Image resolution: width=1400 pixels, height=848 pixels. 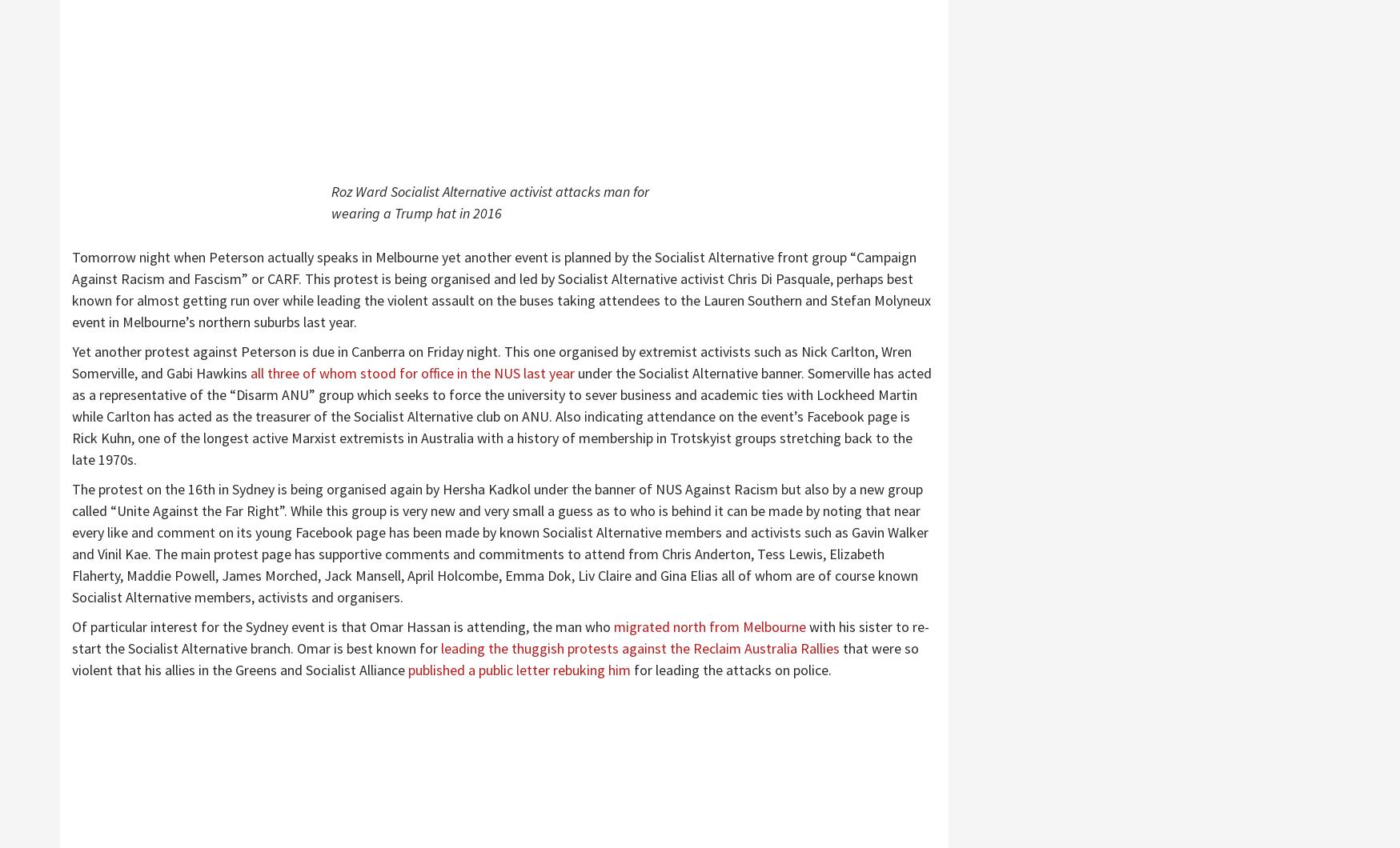 I want to click on 'all three of whom stood for office in the NUS last year', so click(x=413, y=372).